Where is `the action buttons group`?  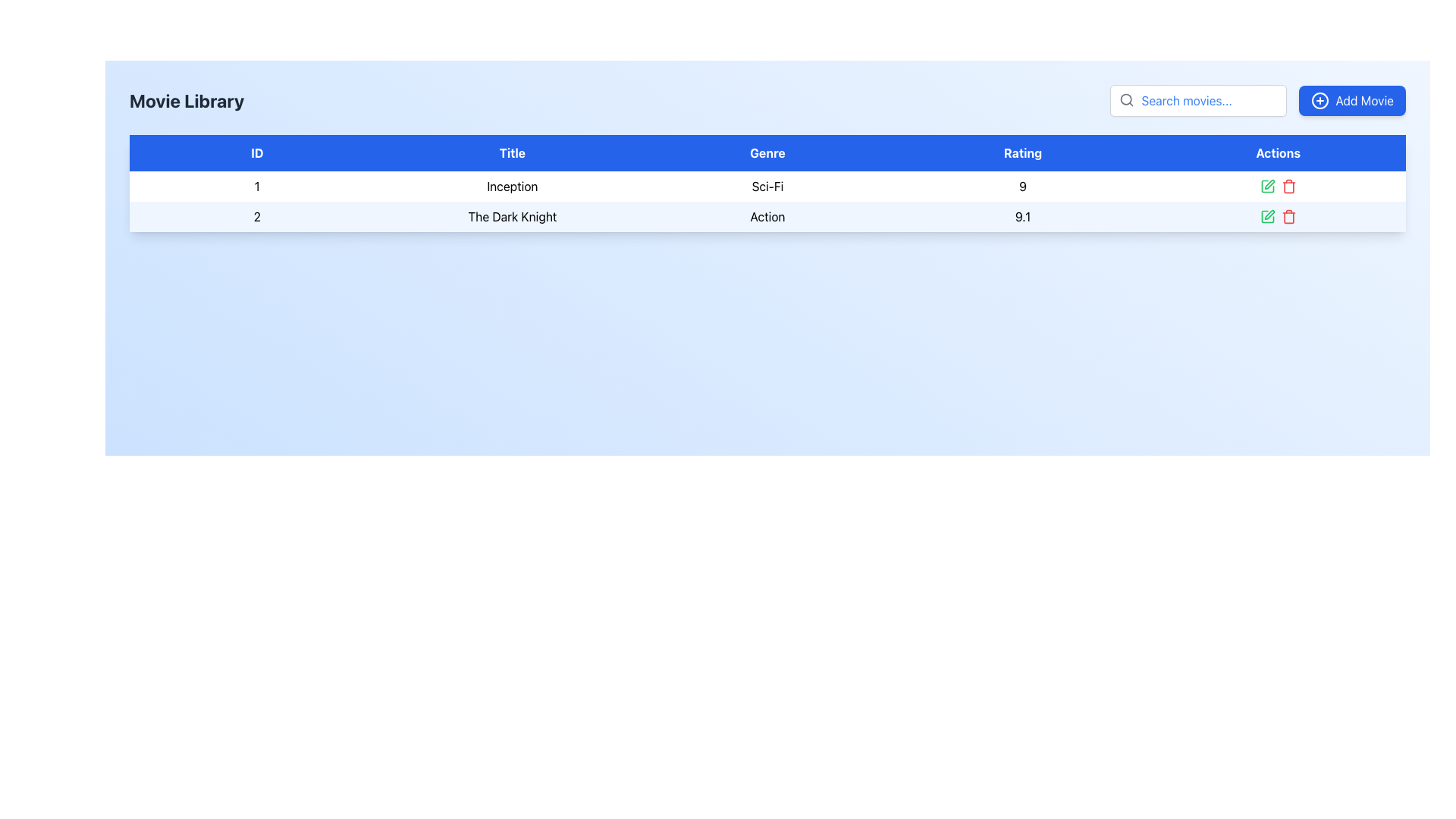 the action buttons group is located at coordinates (1276, 186).